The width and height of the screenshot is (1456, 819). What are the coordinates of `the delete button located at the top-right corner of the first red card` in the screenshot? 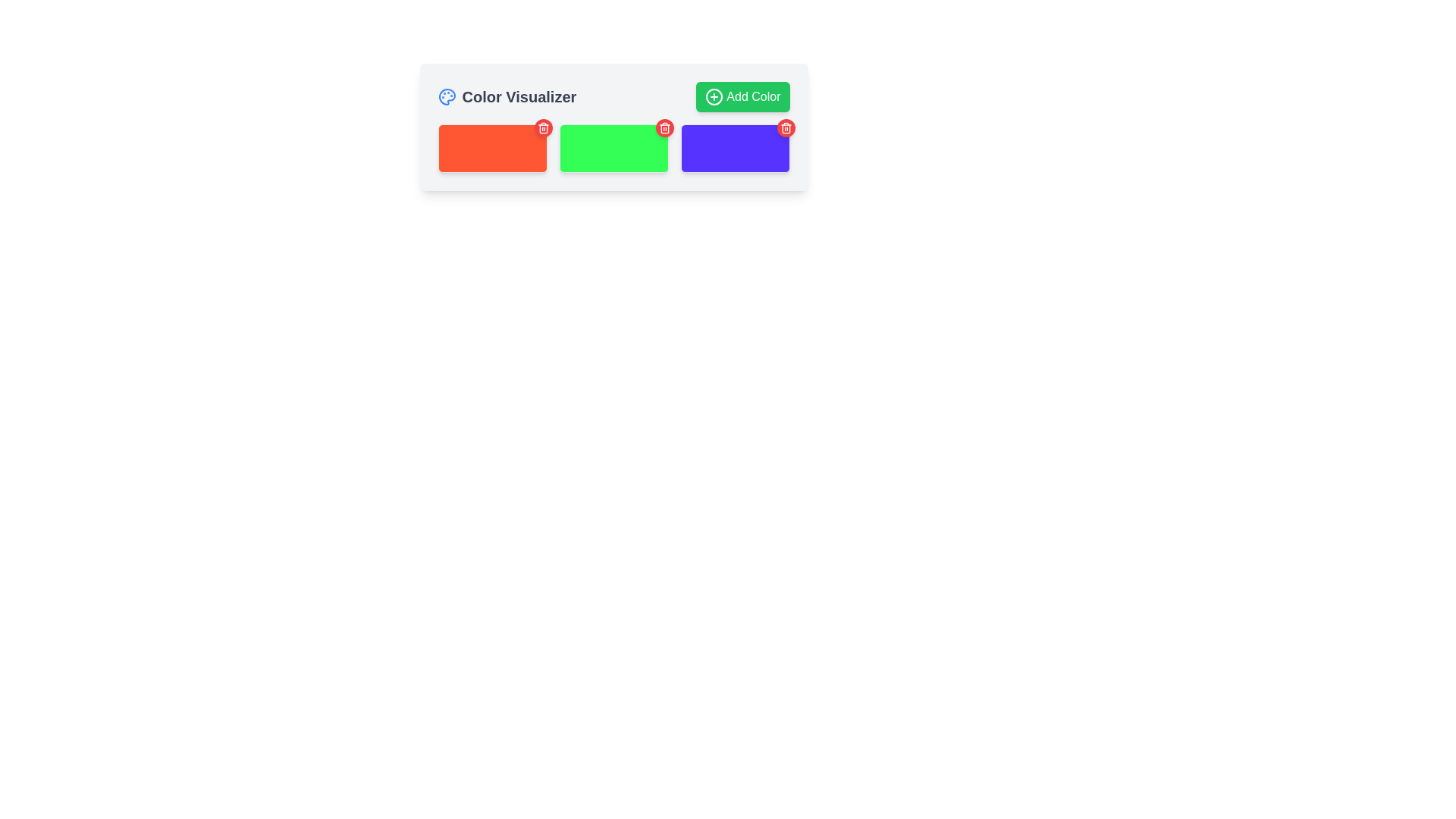 It's located at (543, 127).